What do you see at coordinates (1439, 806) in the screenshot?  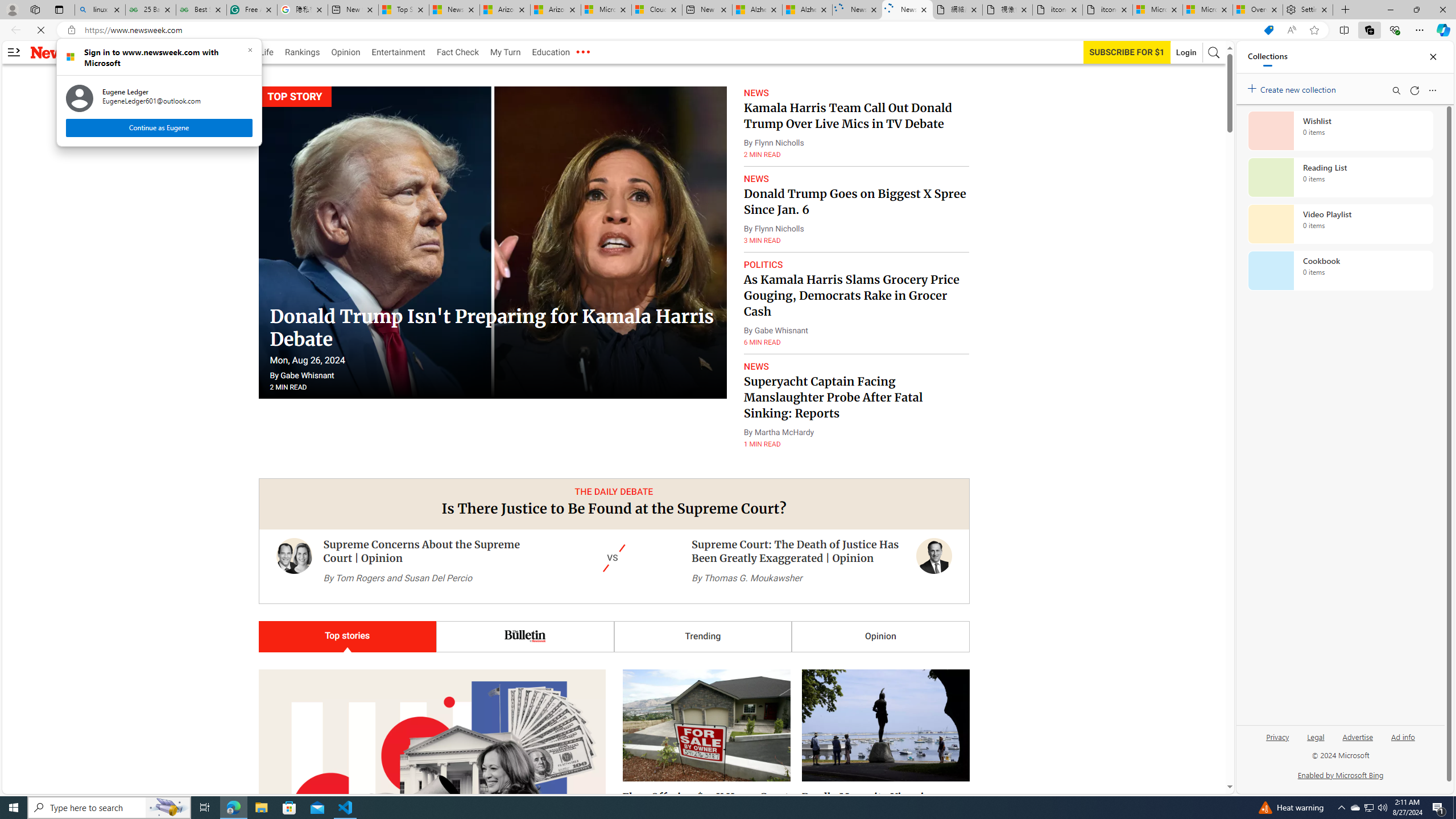 I see `'Action Center, 1 new notification'` at bounding box center [1439, 806].